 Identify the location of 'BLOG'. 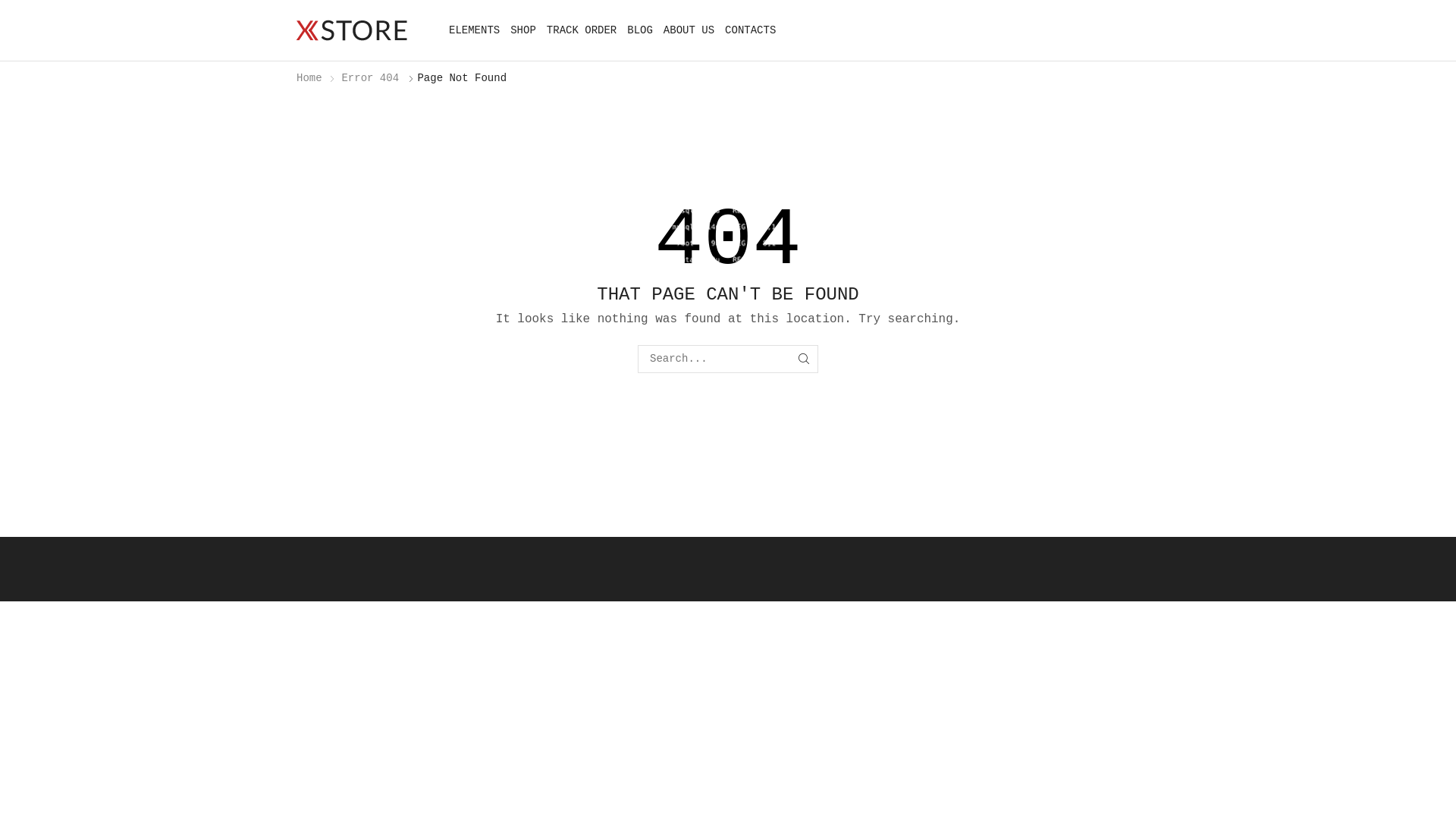
(640, 30).